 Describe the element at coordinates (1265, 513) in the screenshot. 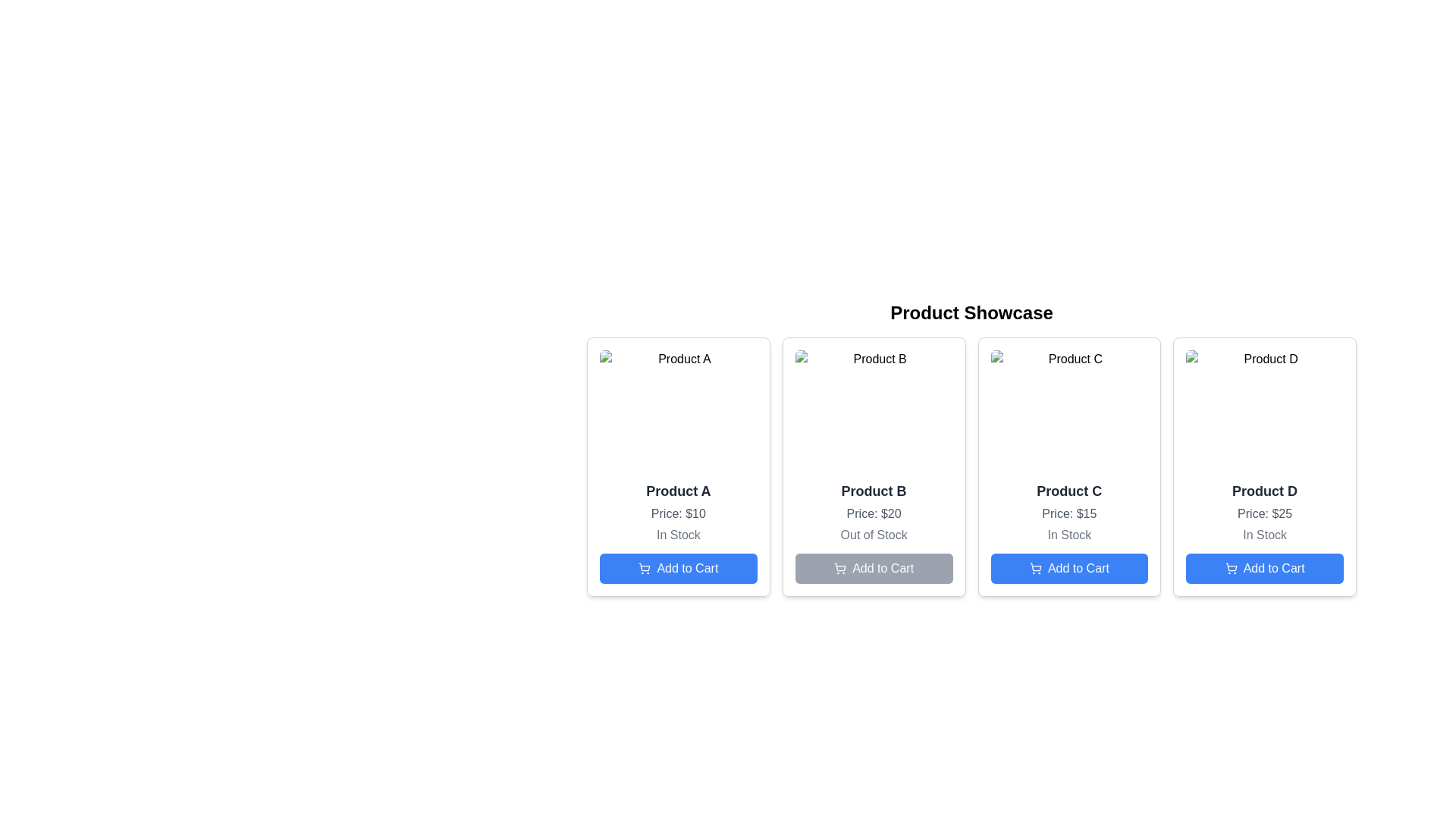

I see `price information from the Text Label located in the Product D card, situated under the product title and above the availability status` at that location.